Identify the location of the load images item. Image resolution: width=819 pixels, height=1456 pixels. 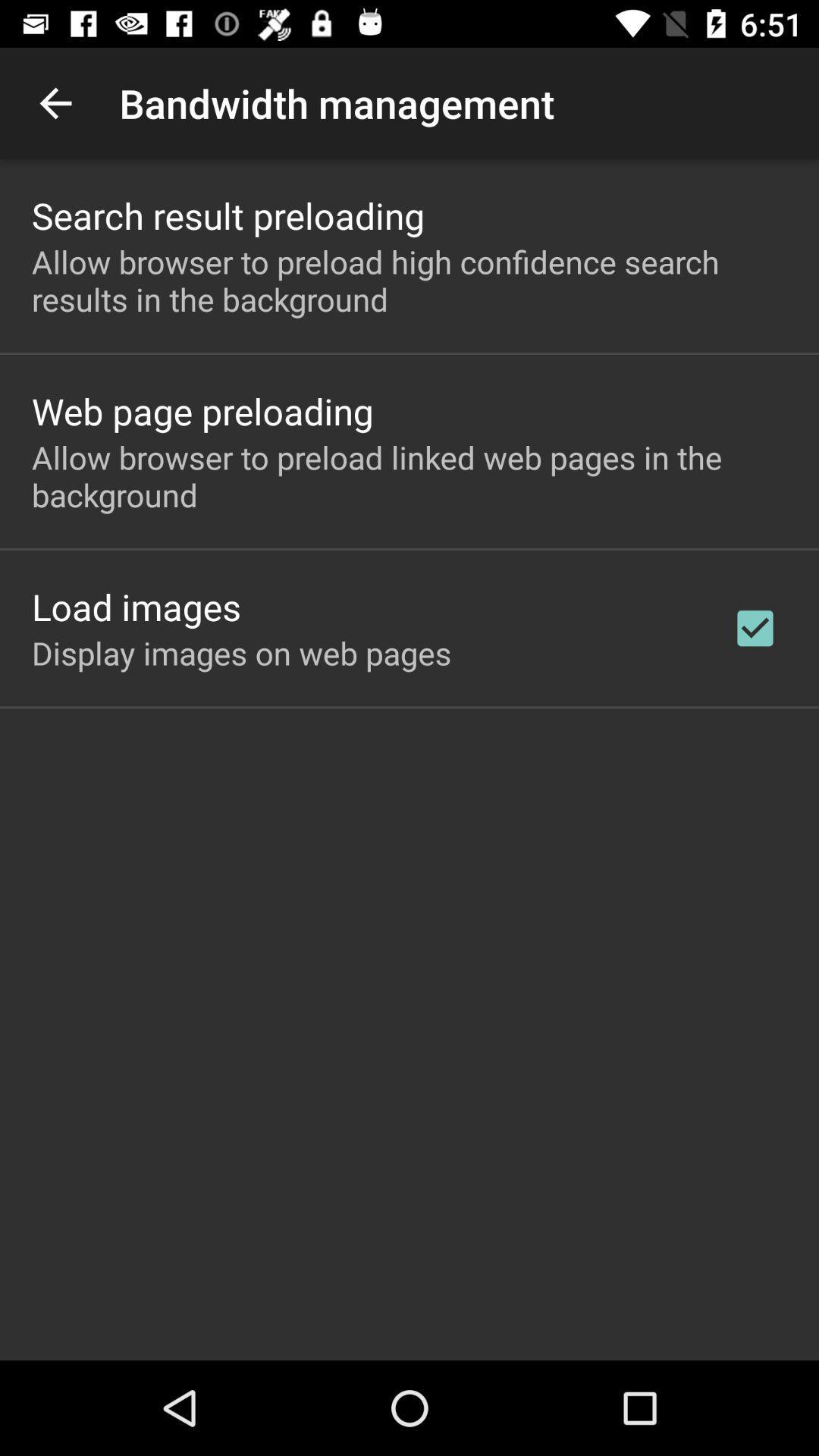
(136, 607).